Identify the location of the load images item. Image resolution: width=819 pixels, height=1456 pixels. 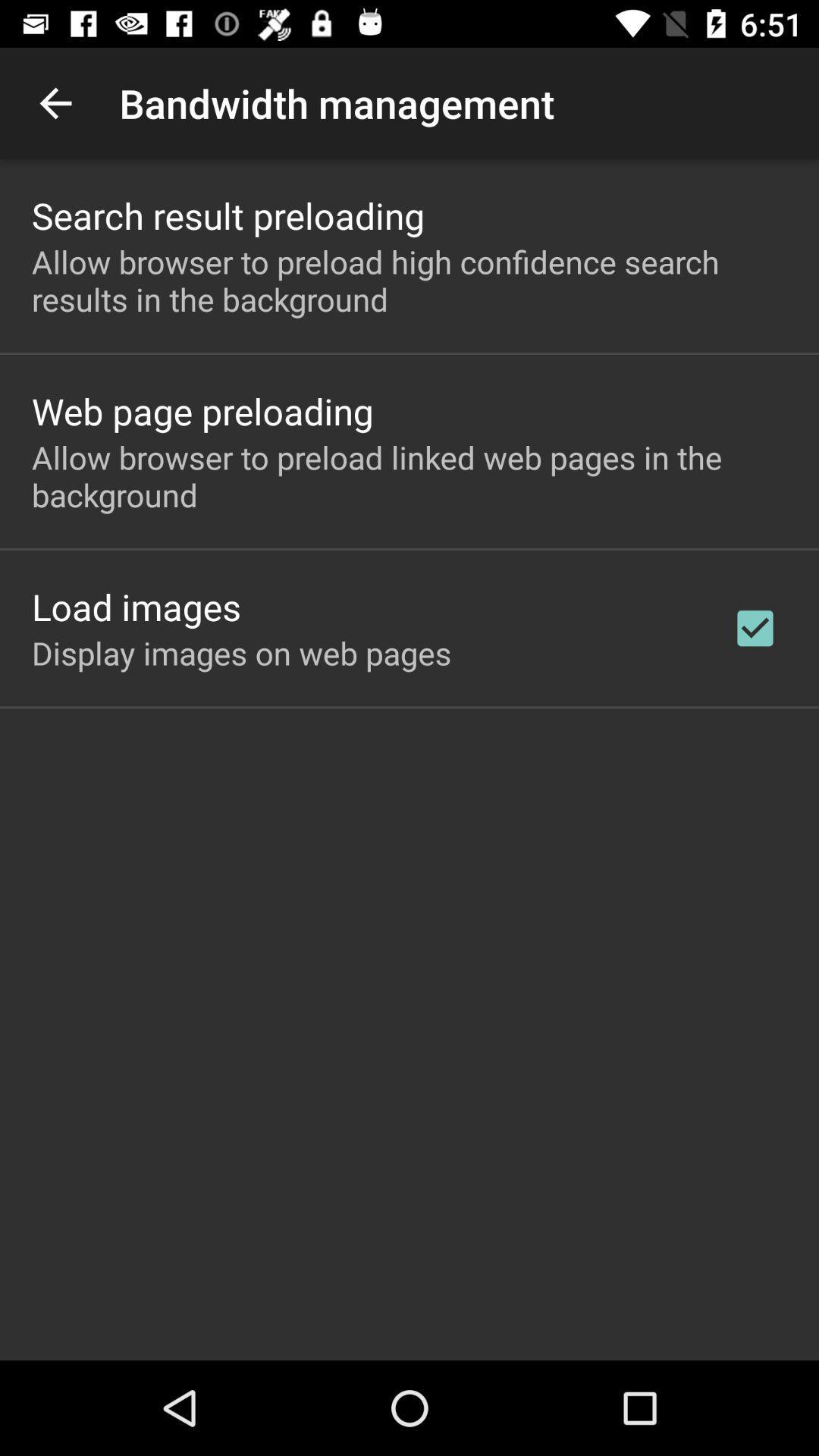
(136, 607).